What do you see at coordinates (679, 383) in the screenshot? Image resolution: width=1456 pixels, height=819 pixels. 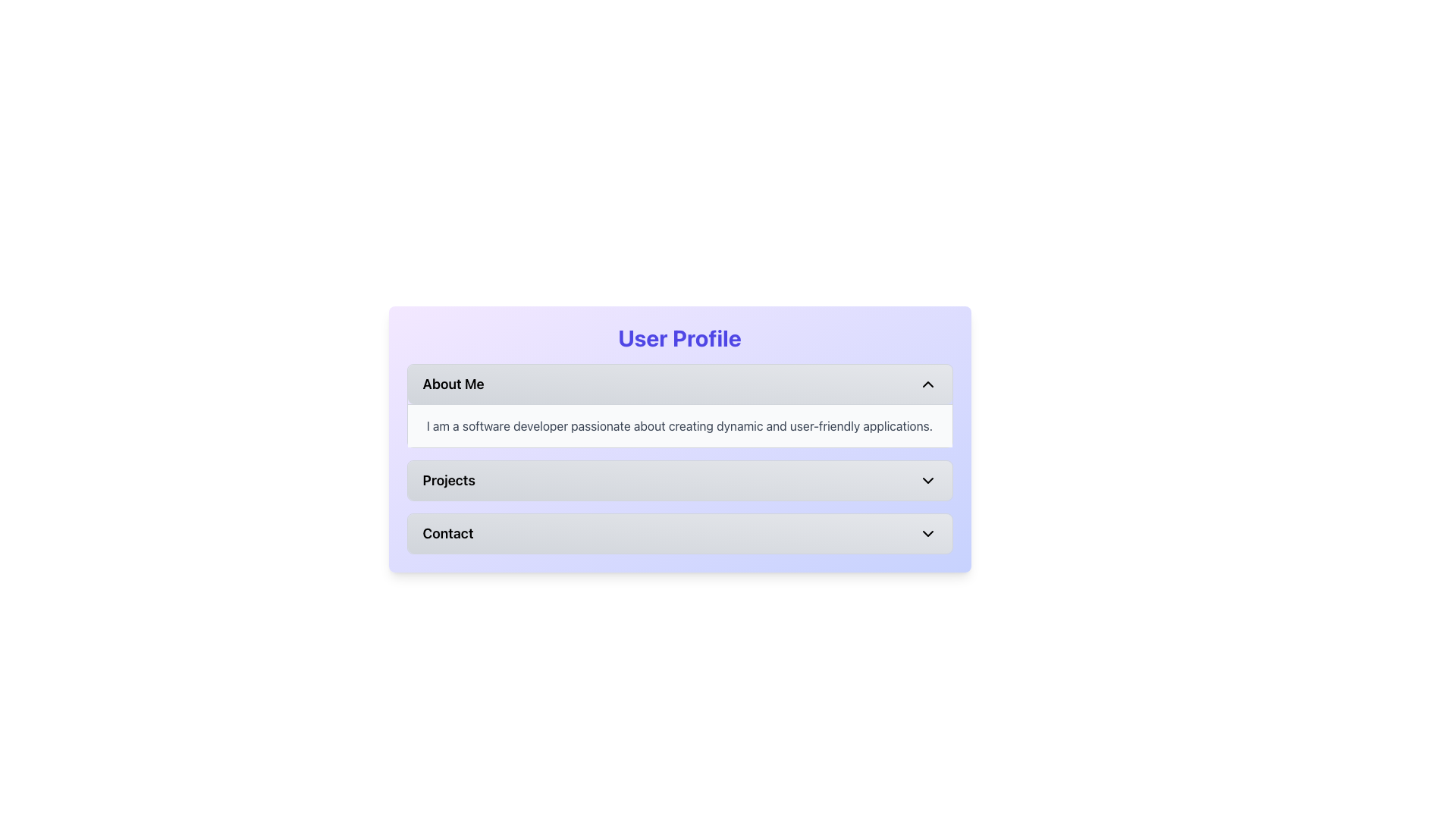 I see `the 'About Me' button located in the upper part of the User Profile section to interact` at bounding box center [679, 383].